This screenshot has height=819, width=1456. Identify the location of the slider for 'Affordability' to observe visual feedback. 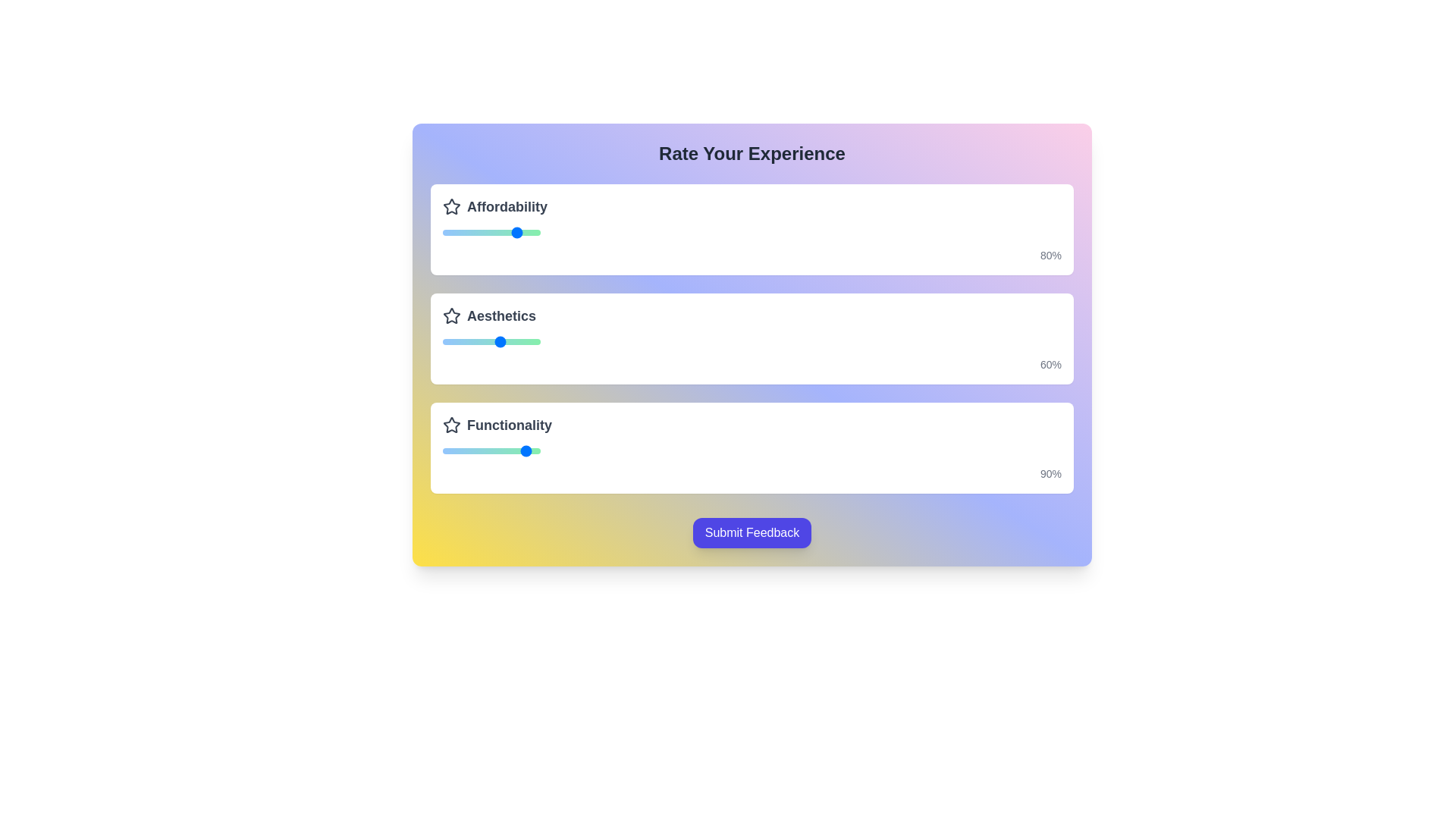
(491, 233).